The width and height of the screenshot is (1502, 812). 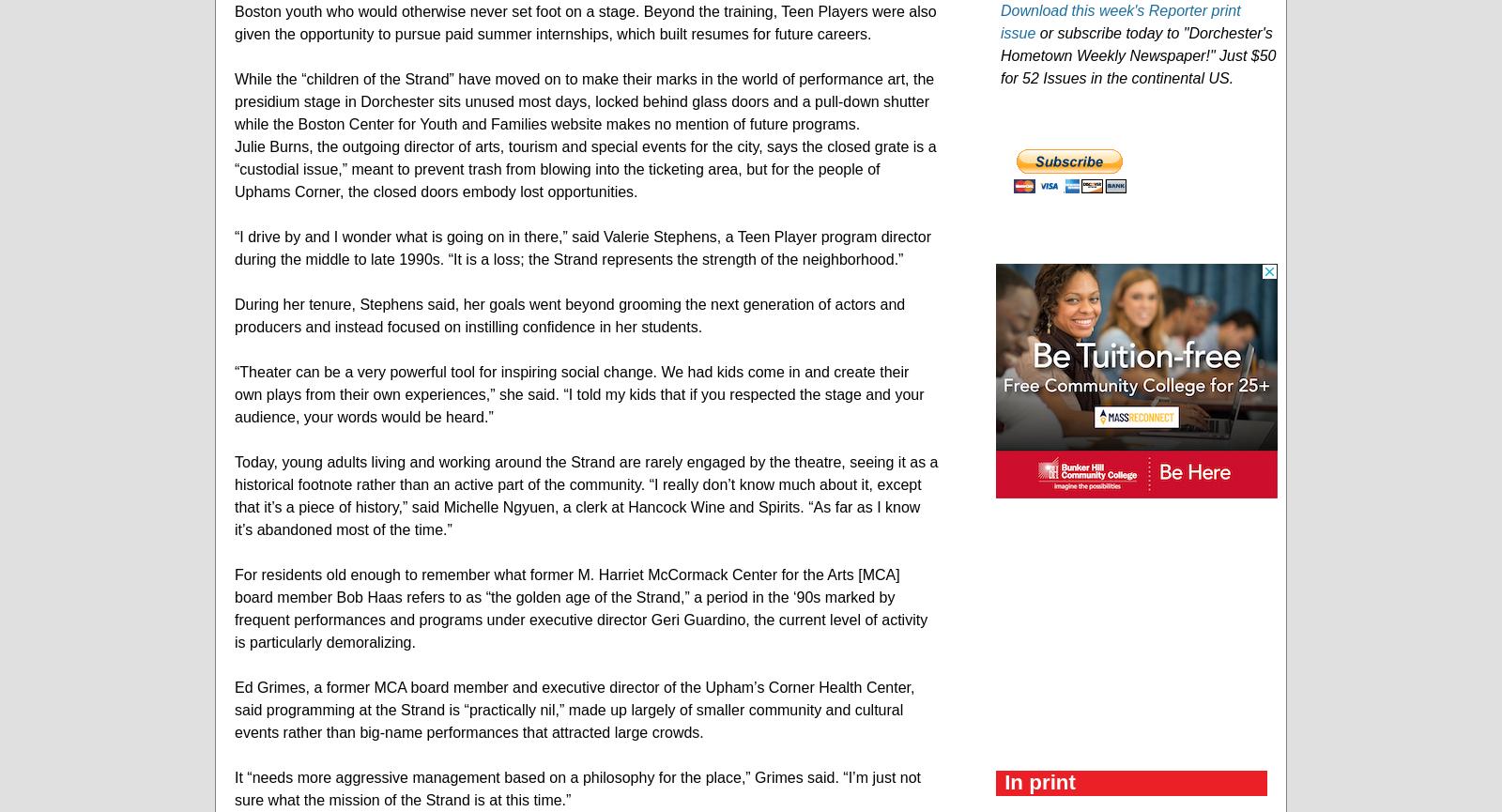 I want to click on 'Today, young adults living and working around the Strand are rarely engaged by the theatre, seeing it as a historical footnote rather than an active part of the community. “I really don’t know much about it, except that it’s a piece of history,” said Michelle Ngyuen, a clerk at Hancock Wine and Spirits. “As far as I know it’s abandoned most of the time.”', so click(x=586, y=494).